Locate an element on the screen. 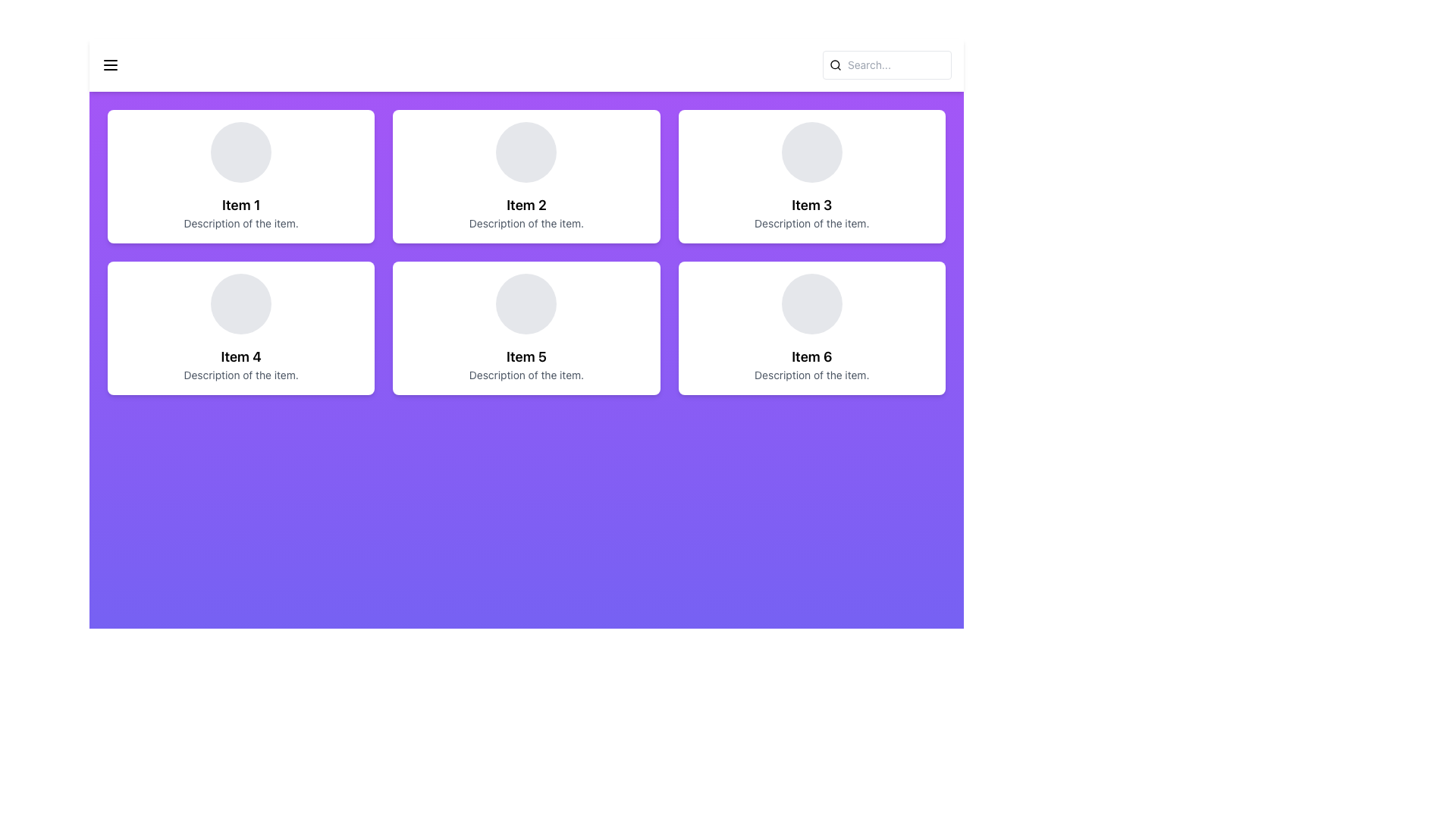  the circular graphic element located in the sixth item of the grid layout, which has a gray background and is styled with a smooth border is located at coordinates (811, 304).